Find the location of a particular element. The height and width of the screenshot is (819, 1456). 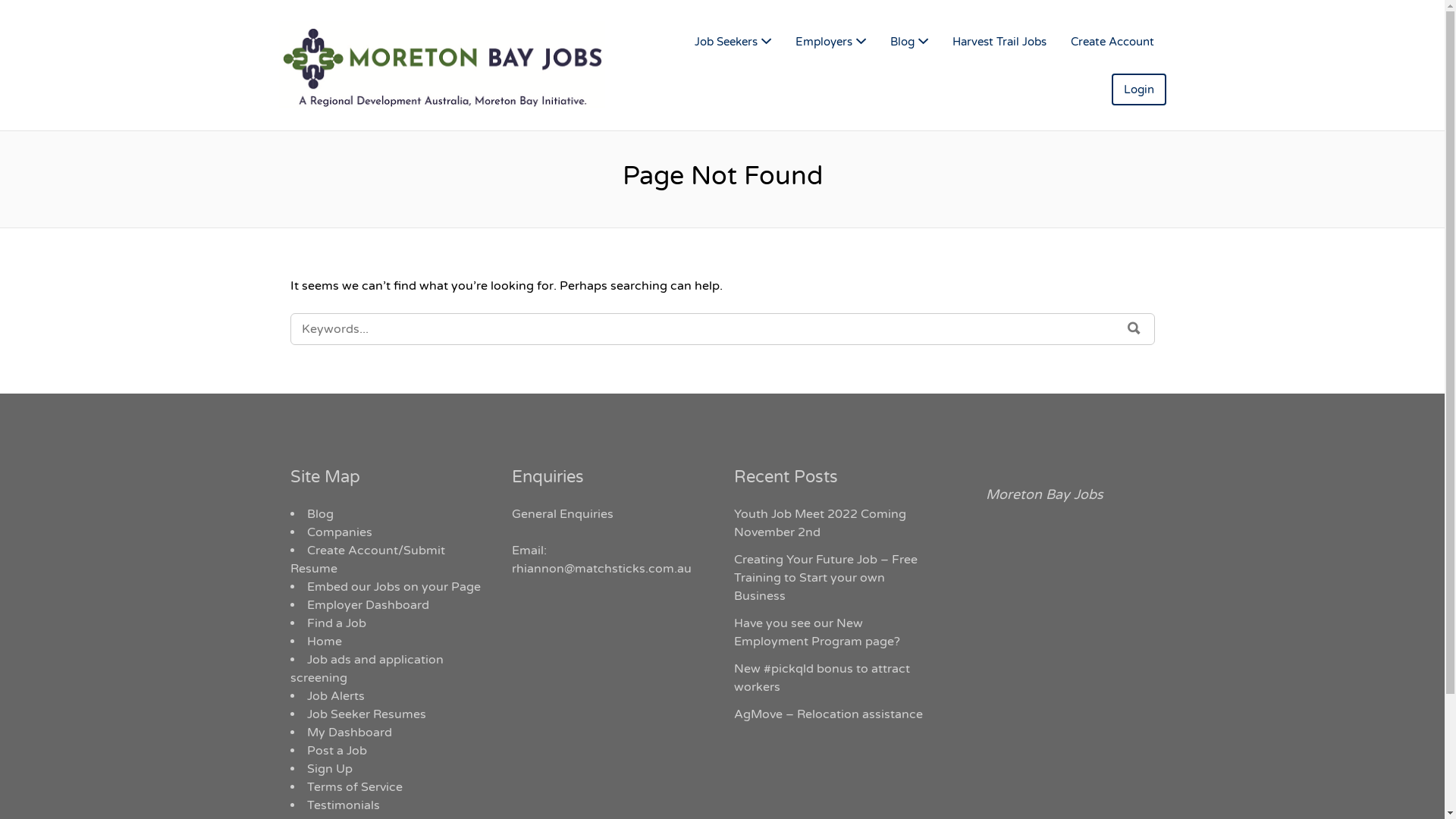

'Sign Up' is located at coordinates (328, 769).